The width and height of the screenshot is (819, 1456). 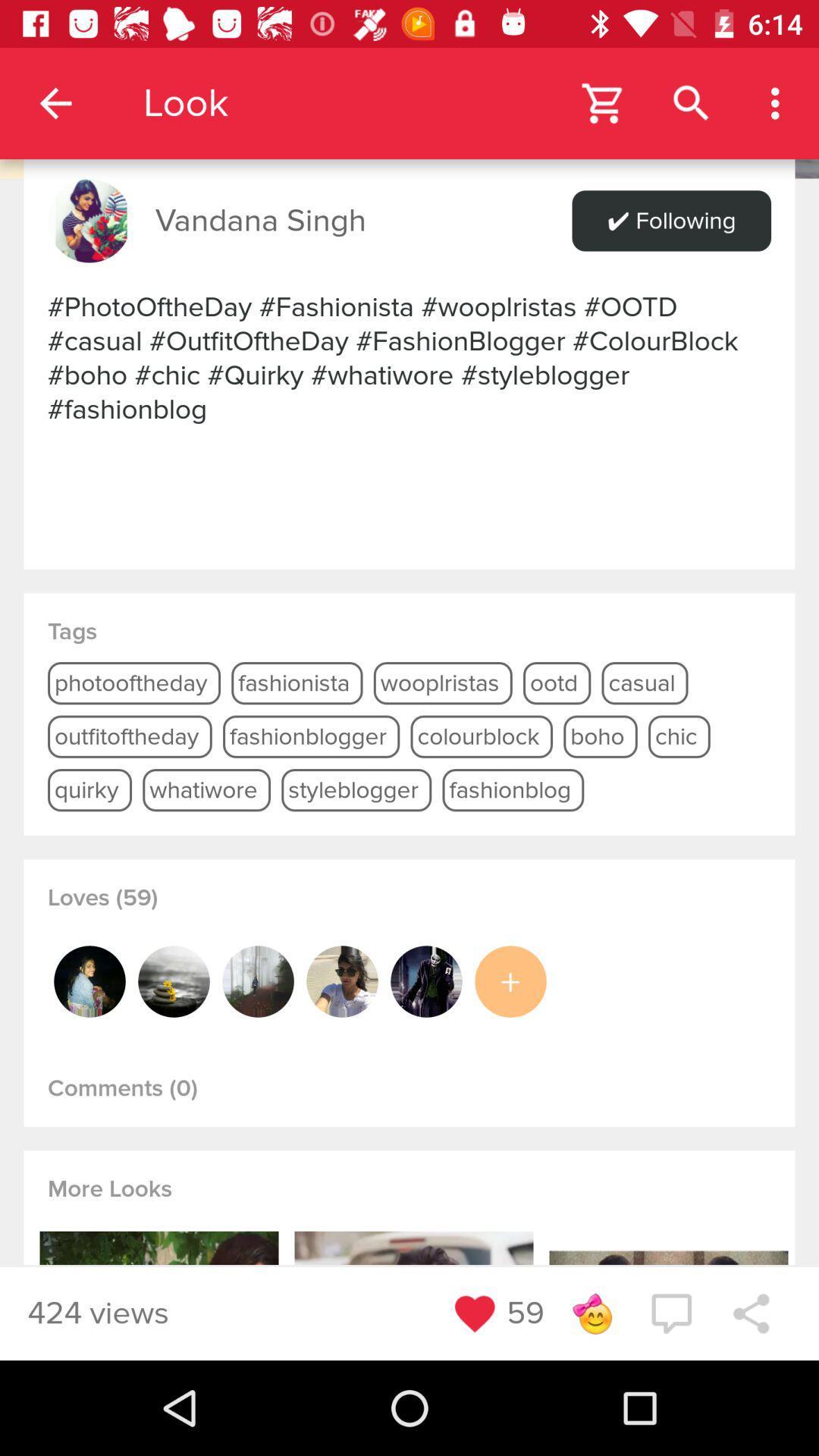 What do you see at coordinates (173, 981) in the screenshot?
I see `icon above comments (0) item` at bounding box center [173, 981].